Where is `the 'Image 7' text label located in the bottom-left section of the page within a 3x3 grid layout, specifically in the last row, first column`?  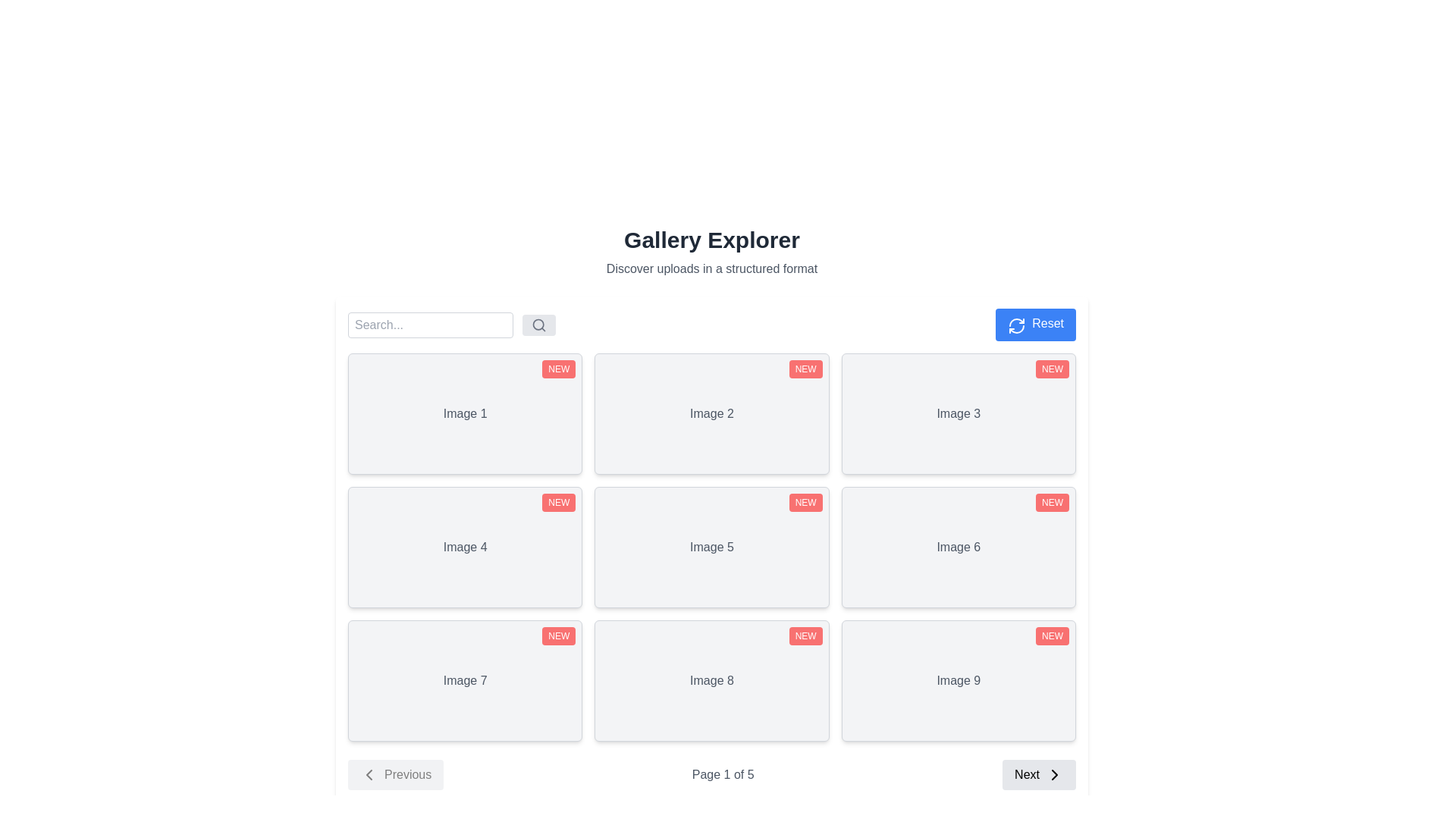
the 'Image 7' text label located in the bottom-left section of the page within a 3x3 grid layout, specifically in the last row, first column is located at coordinates (464, 680).